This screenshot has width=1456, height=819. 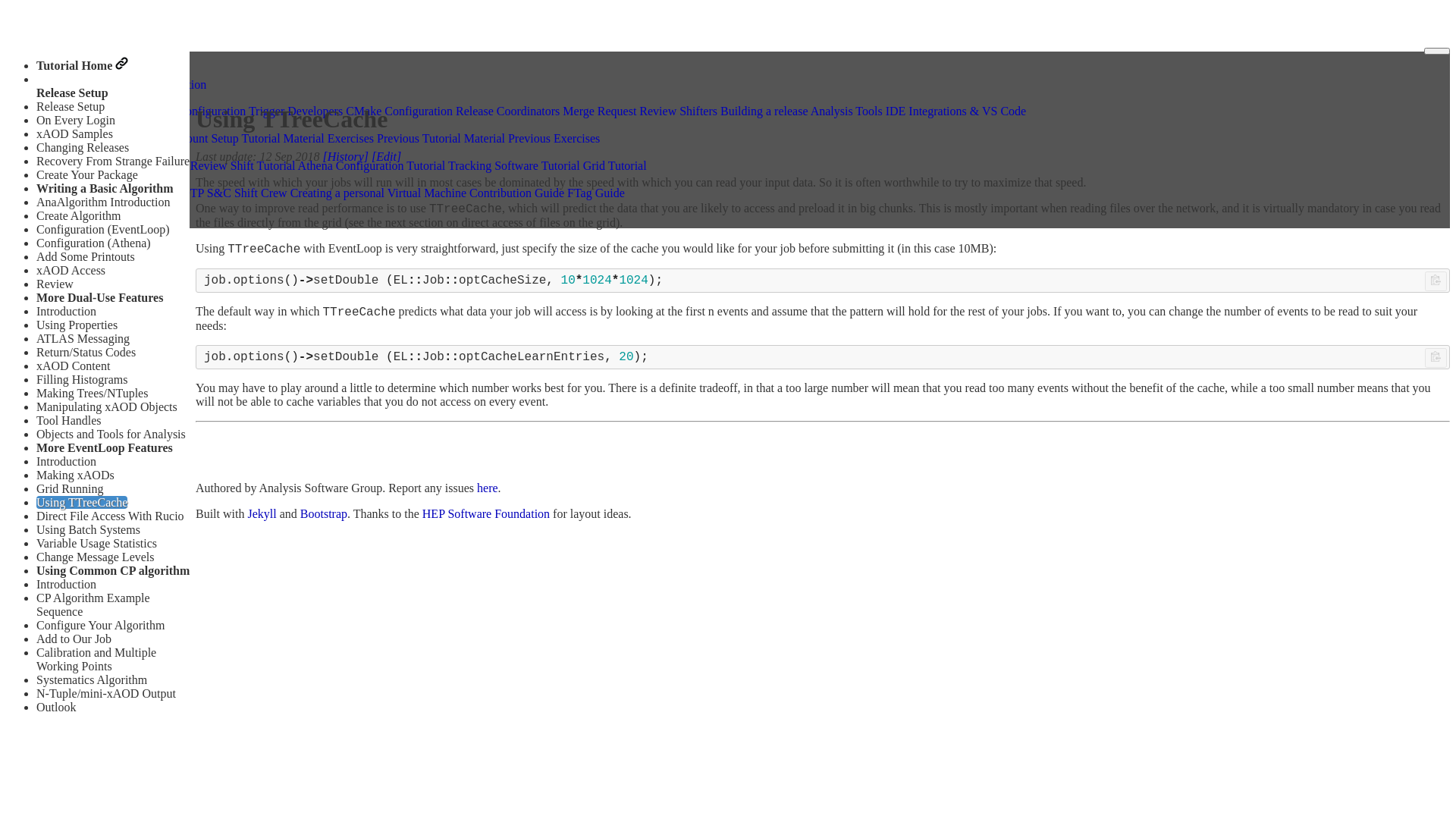 I want to click on 'Introduction', so click(x=36, y=583).